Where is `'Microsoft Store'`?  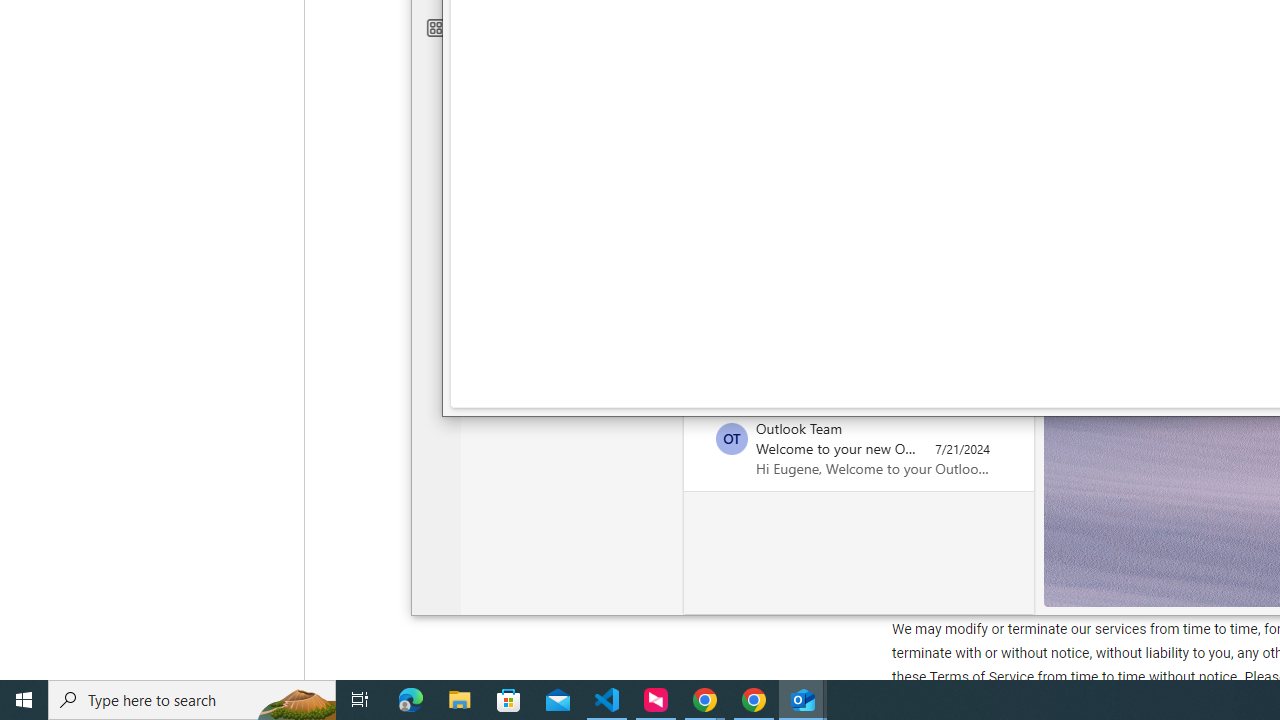 'Microsoft Store' is located at coordinates (509, 698).